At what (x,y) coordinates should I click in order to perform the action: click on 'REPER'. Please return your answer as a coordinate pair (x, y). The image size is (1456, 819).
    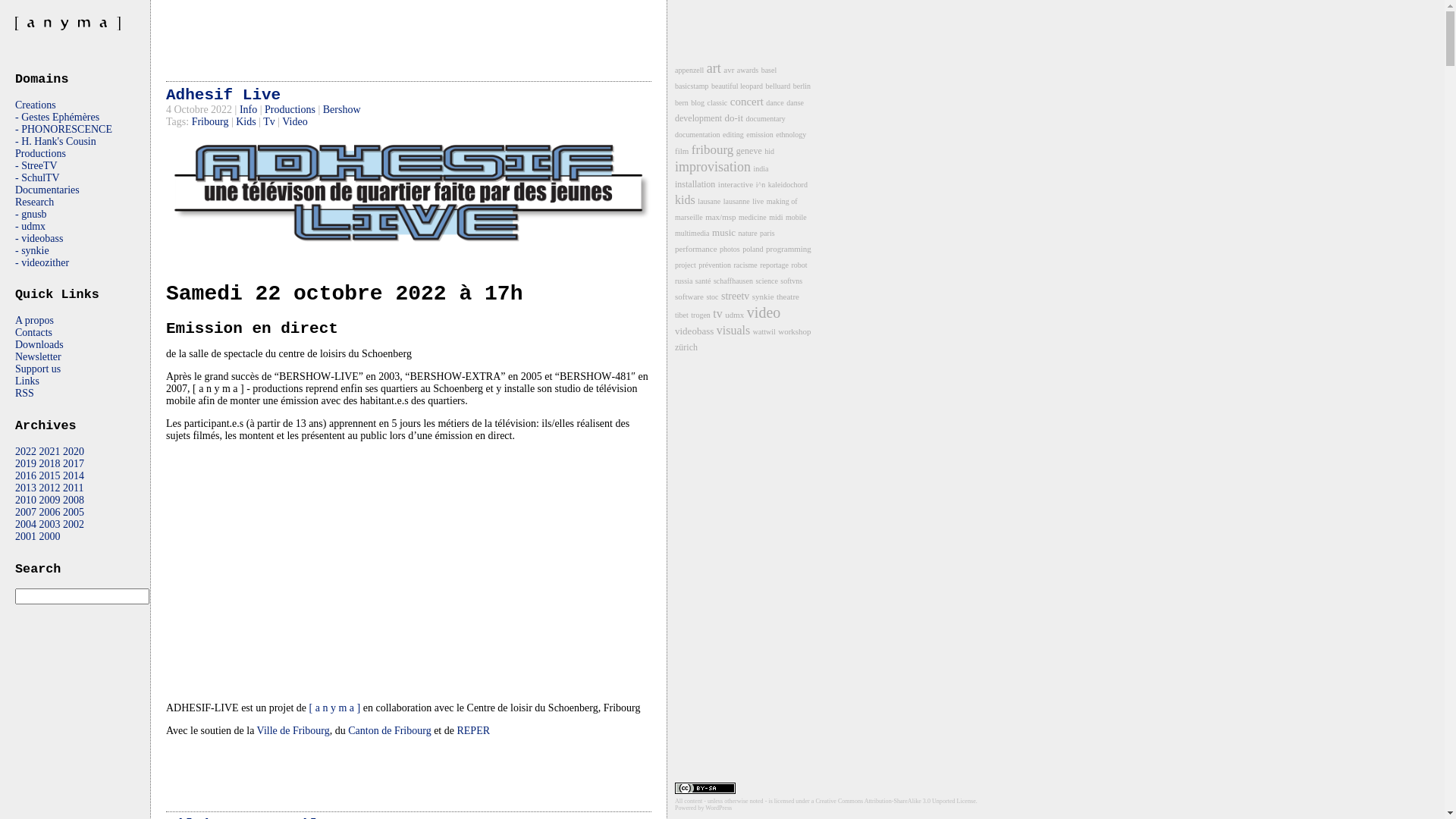
    Looking at the image, I should click on (455, 730).